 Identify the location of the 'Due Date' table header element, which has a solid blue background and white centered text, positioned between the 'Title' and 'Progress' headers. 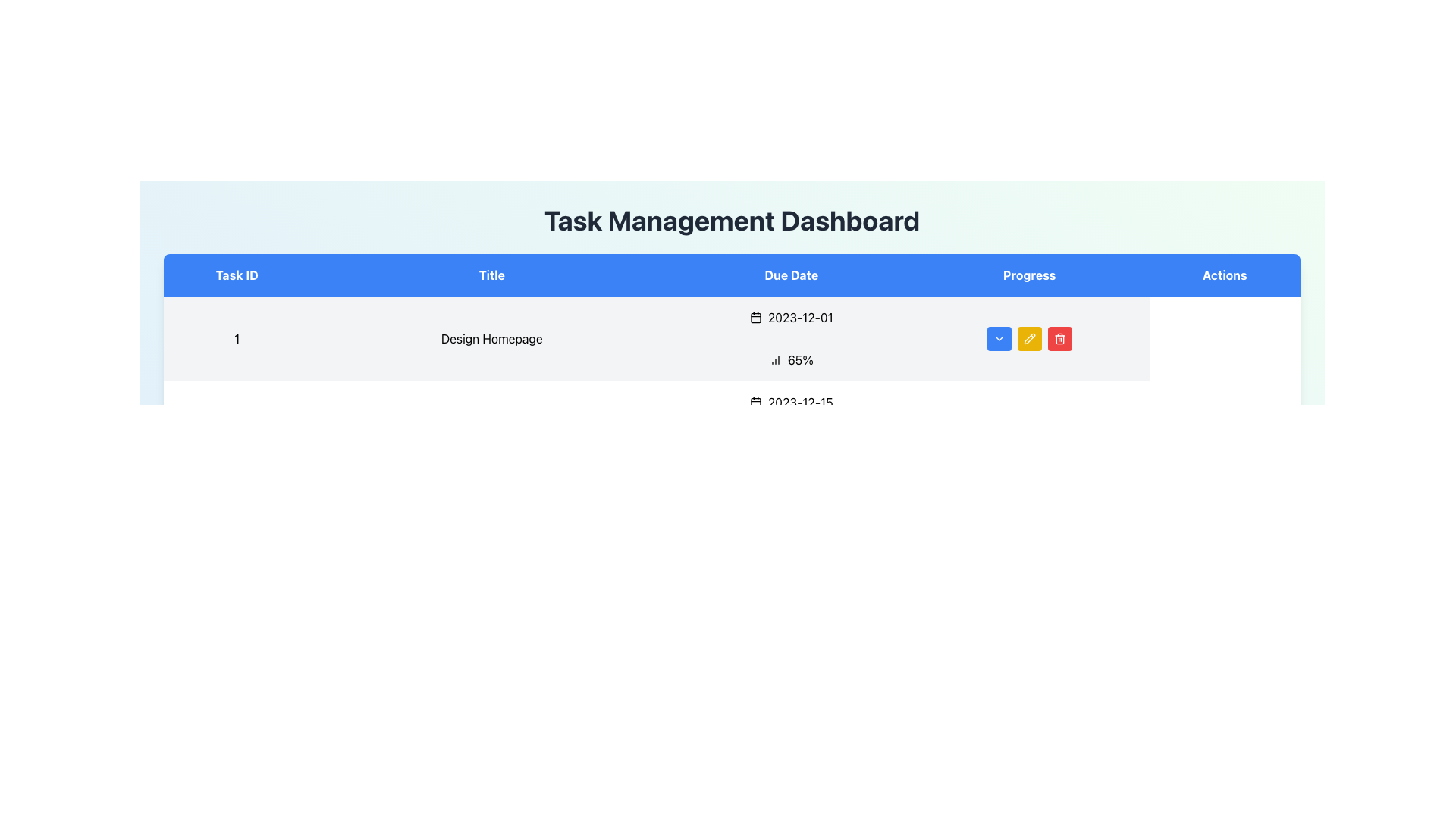
(790, 275).